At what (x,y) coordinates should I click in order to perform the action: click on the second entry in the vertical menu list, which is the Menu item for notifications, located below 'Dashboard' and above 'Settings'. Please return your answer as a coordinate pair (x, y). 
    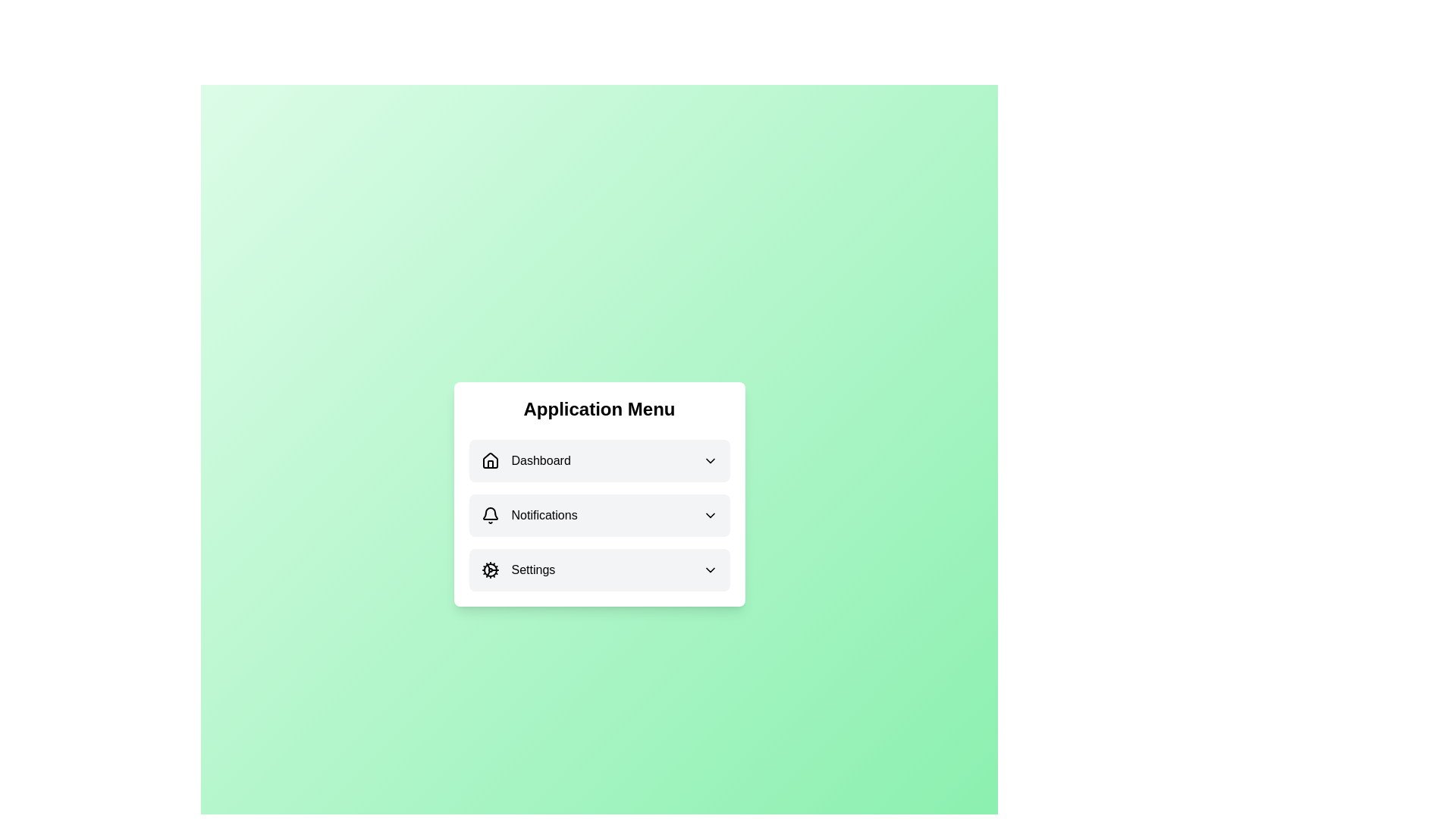
    Looking at the image, I should click on (529, 514).